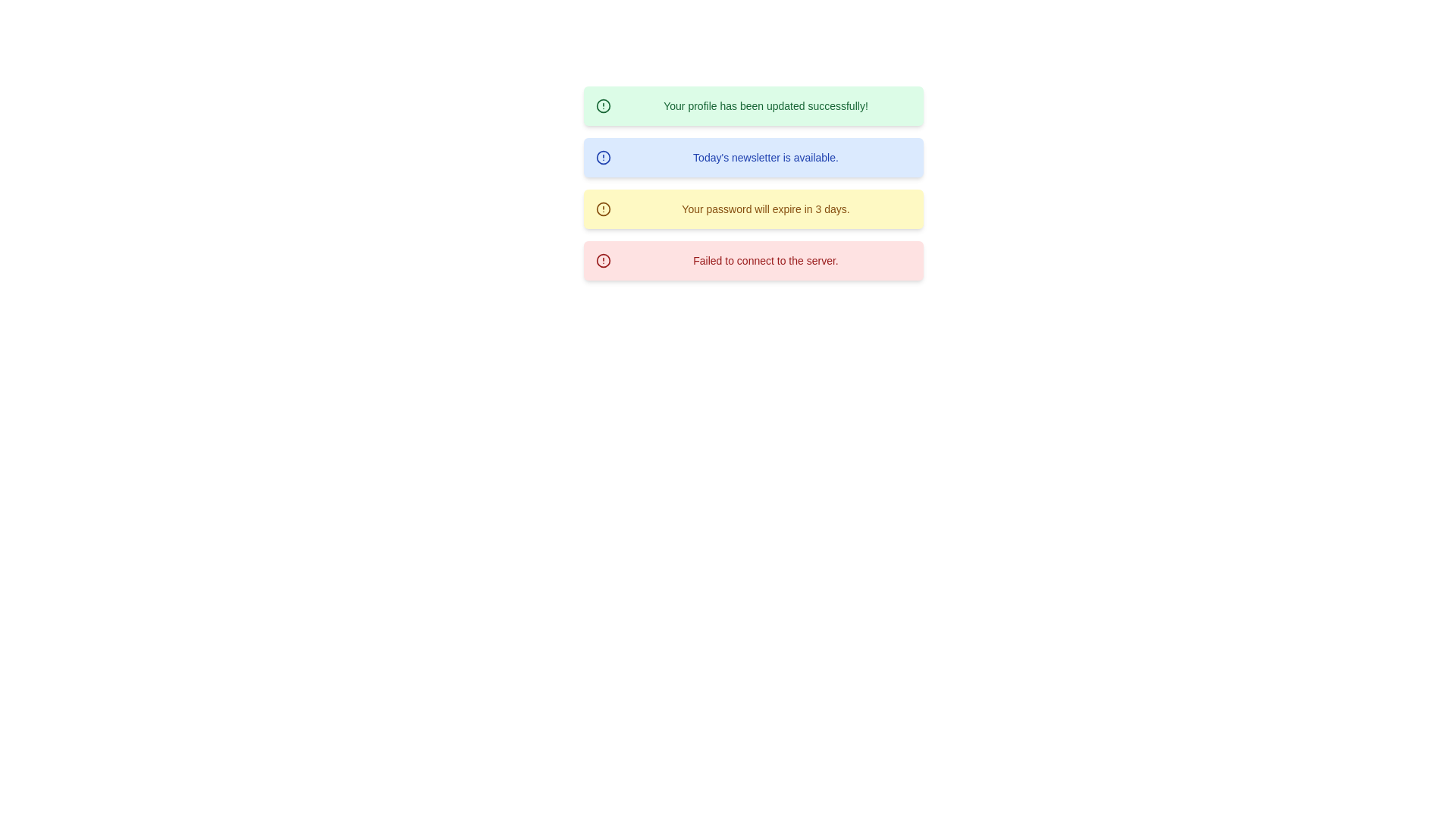 The height and width of the screenshot is (819, 1456). What do you see at coordinates (603, 259) in the screenshot?
I see `the alert icon positioned at the far left of the red message box indicating 'Failed to connect to the server.'` at bounding box center [603, 259].